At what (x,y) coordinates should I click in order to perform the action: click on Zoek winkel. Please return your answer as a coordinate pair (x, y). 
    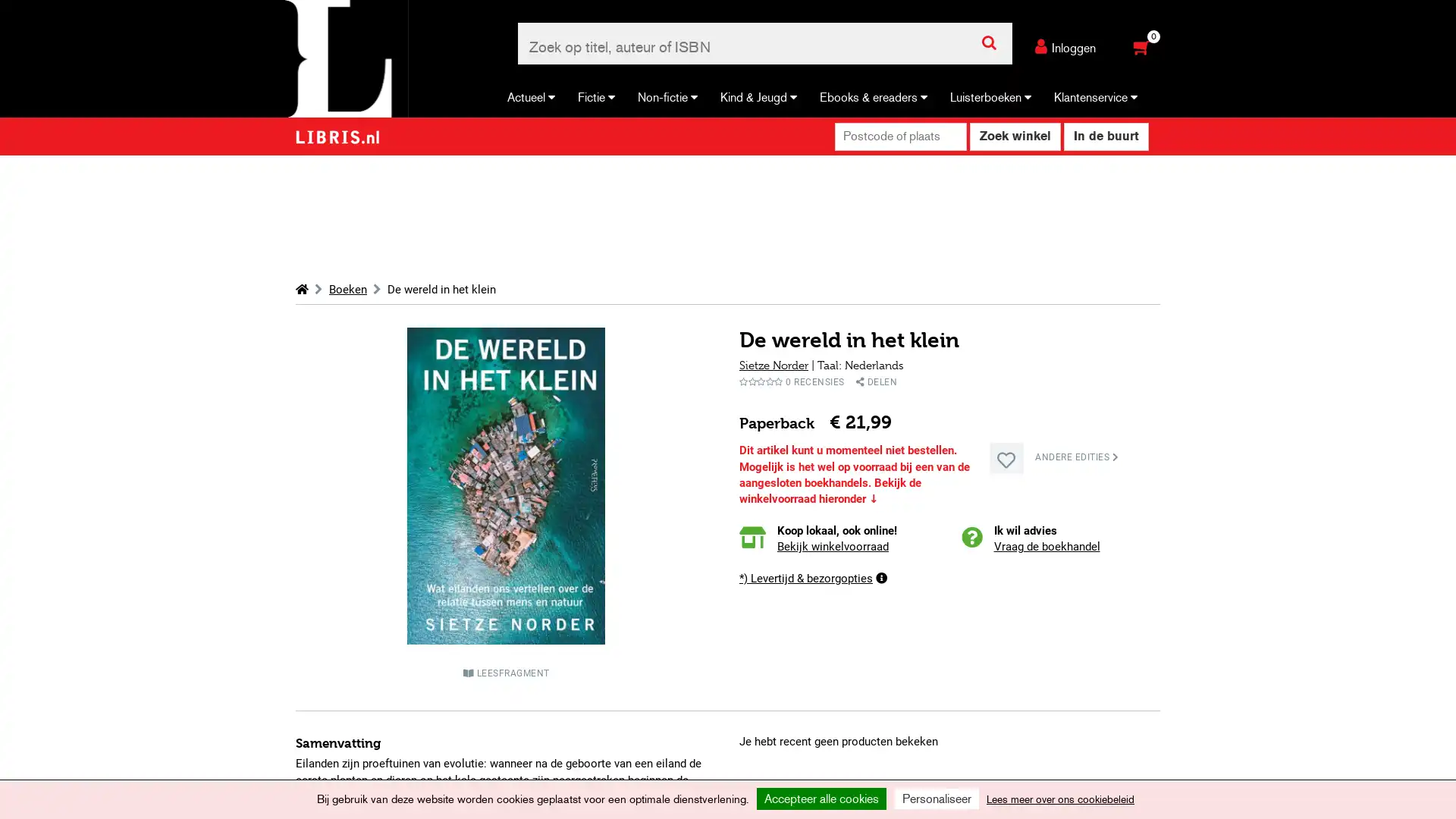
    Looking at the image, I should click on (1015, 136).